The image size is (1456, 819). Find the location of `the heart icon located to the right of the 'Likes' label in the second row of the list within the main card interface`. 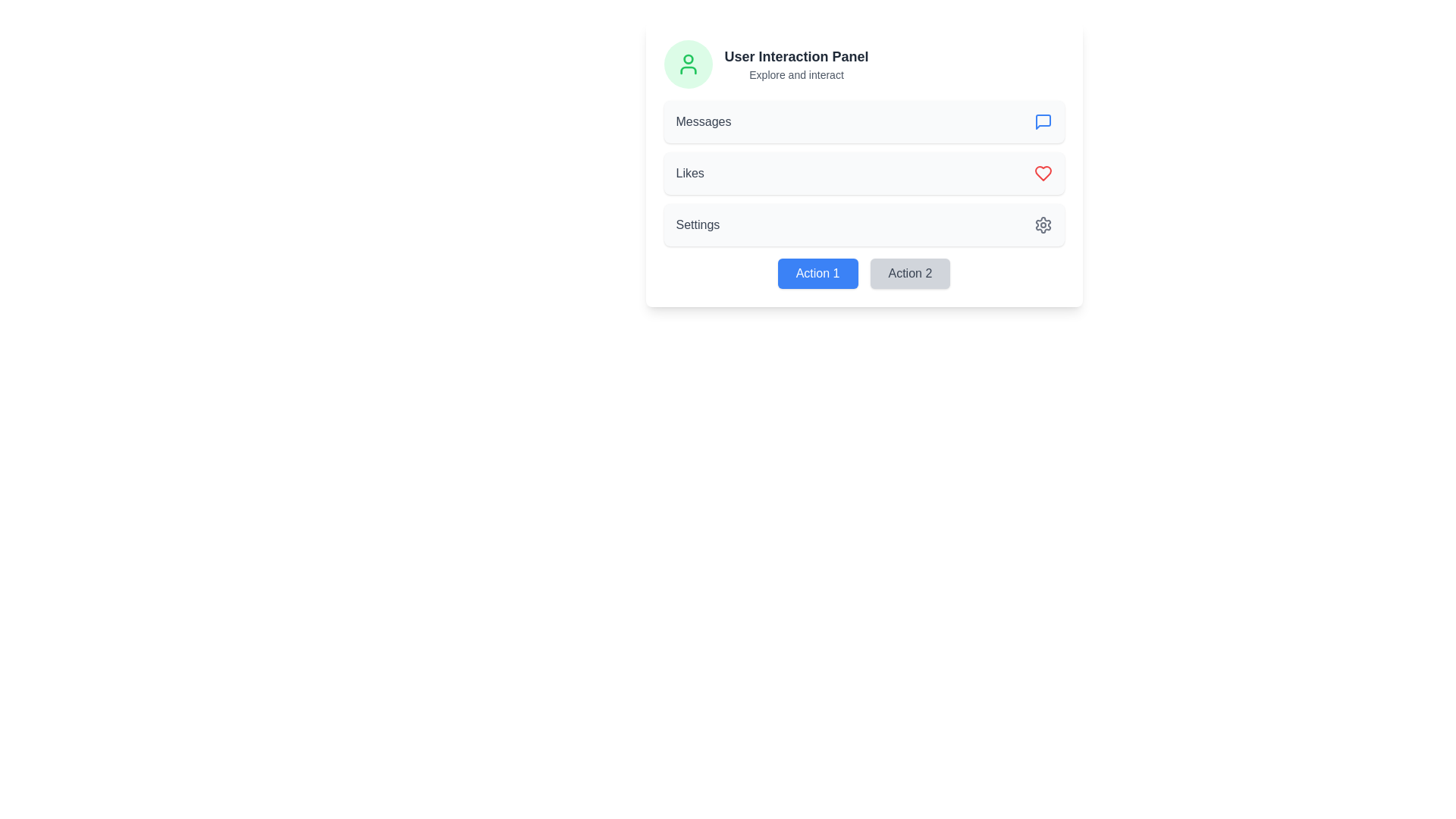

the heart icon located to the right of the 'Likes' label in the second row of the list within the main card interface is located at coordinates (1042, 172).